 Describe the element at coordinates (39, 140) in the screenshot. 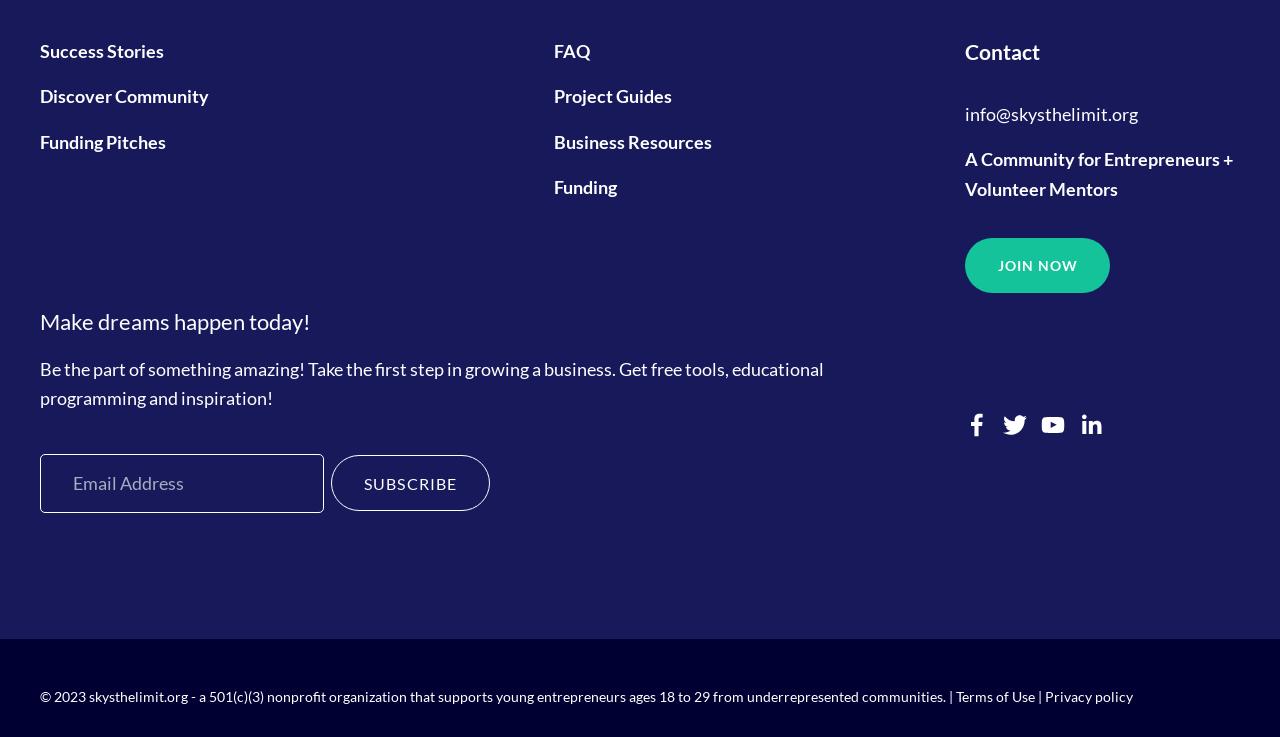

I see `'Funding Pitches'` at that location.